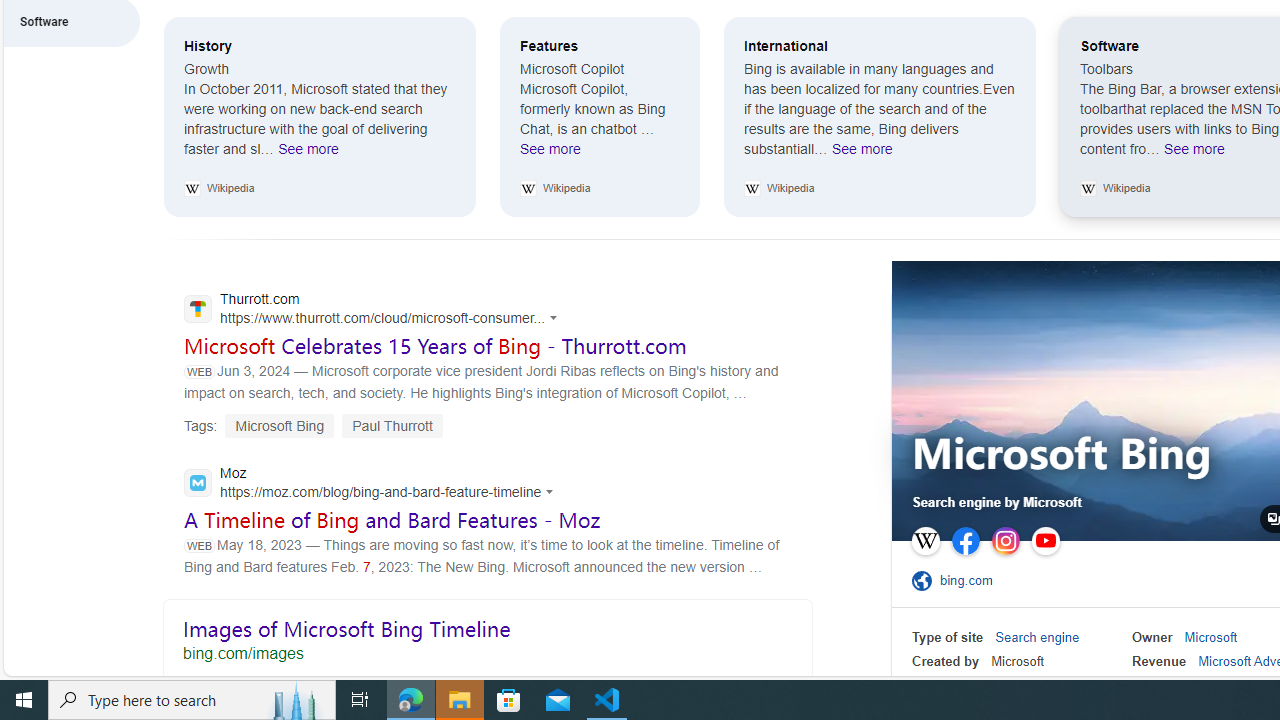  What do you see at coordinates (434, 344) in the screenshot?
I see `'Microsoft Celebrates 15 Years of Bing - Thurrott.com'` at bounding box center [434, 344].